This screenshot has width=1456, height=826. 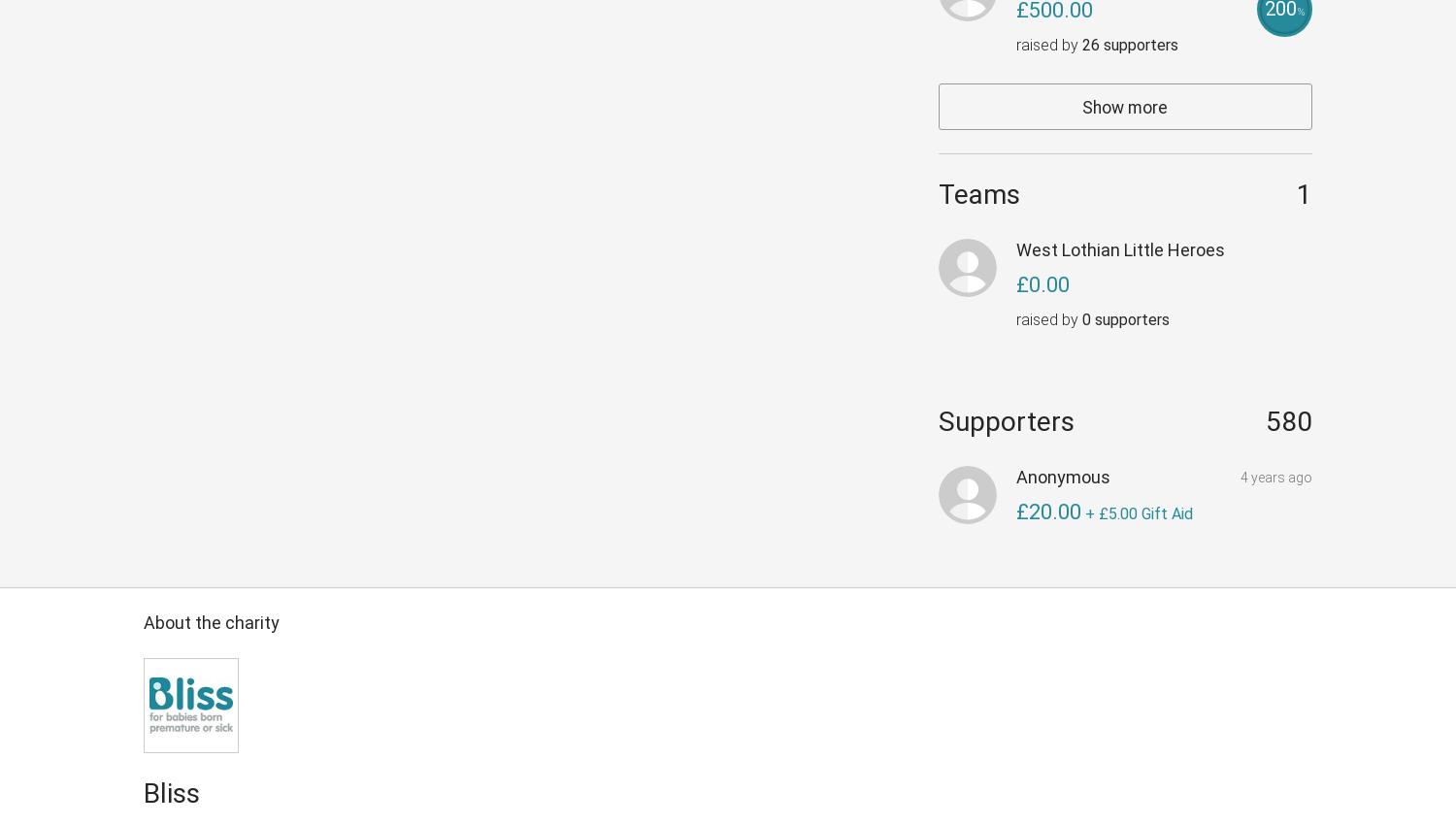 What do you see at coordinates (1296, 194) in the screenshot?
I see `'1'` at bounding box center [1296, 194].